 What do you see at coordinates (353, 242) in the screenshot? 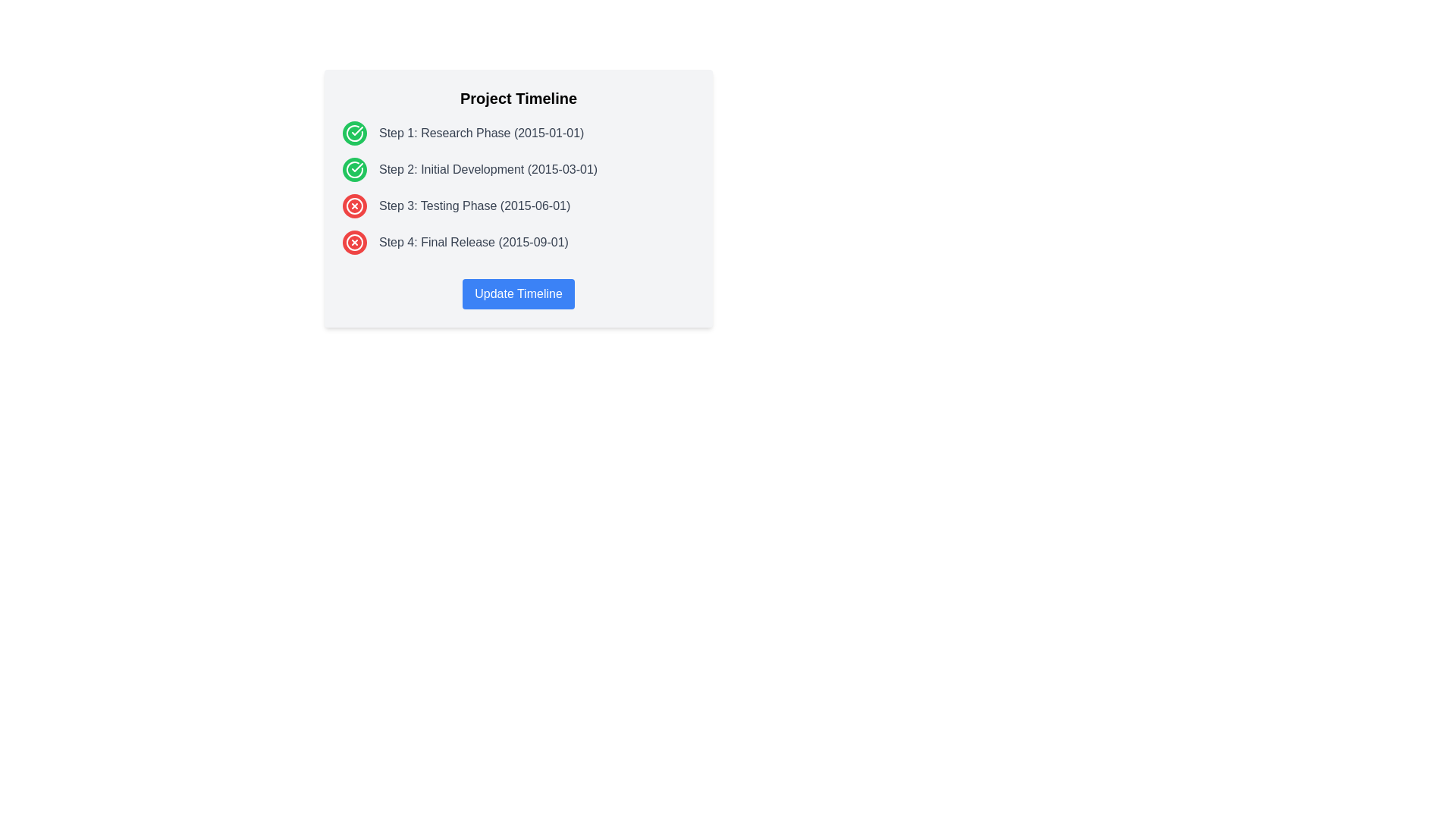
I see `the Icon button that indicates the status of 'Step 4: Final Release', representing an error or incomplete state` at bounding box center [353, 242].